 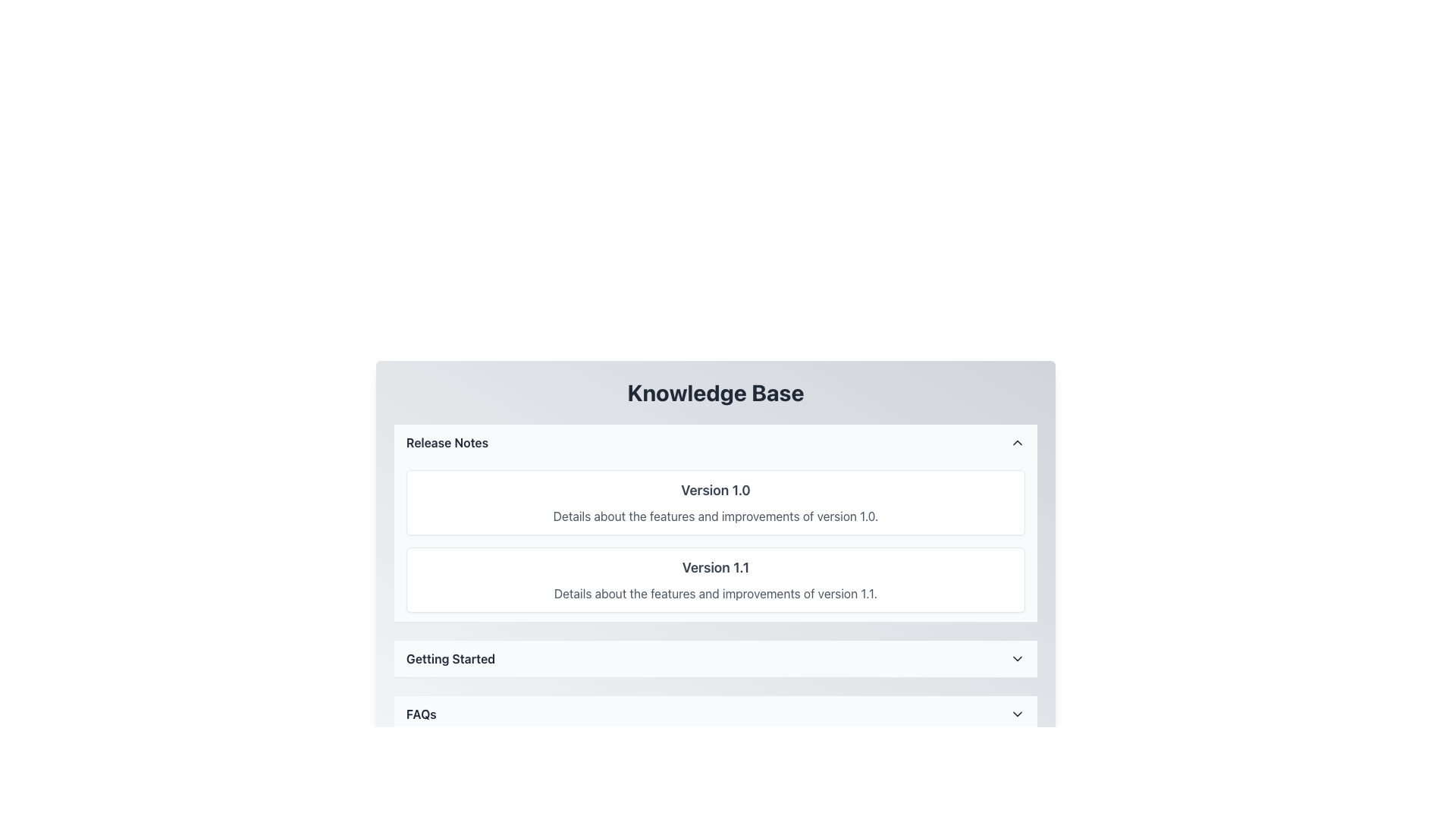 What do you see at coordinates (1018, 657) in the screenshot?
I see `the chevron icon located on the rightmost side of the 'Getting Started' section` at bounding box center [1018, 657].